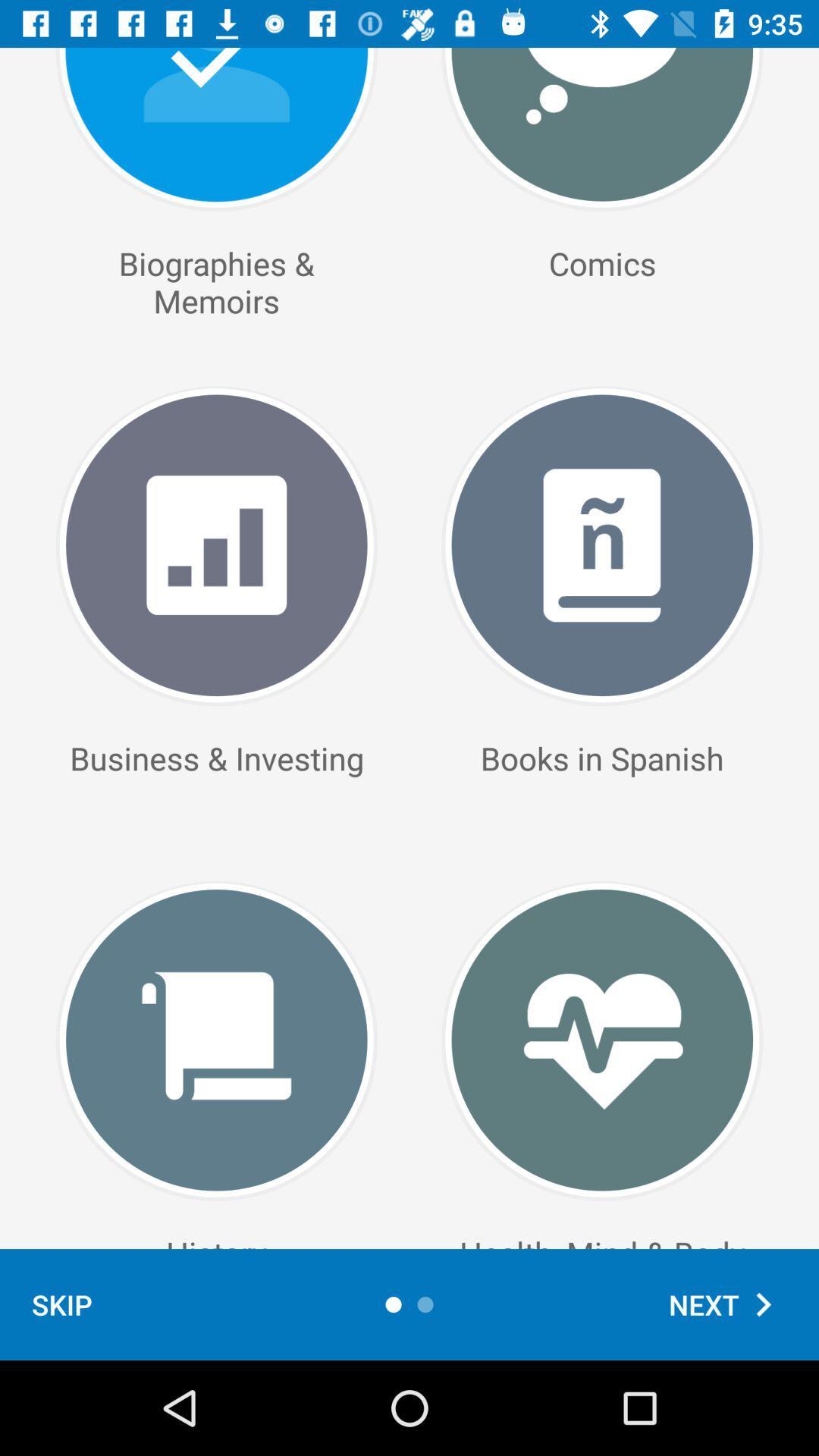 This screenshot has height=1456, width=819. I want to click on the next item, so click(727, 1304).